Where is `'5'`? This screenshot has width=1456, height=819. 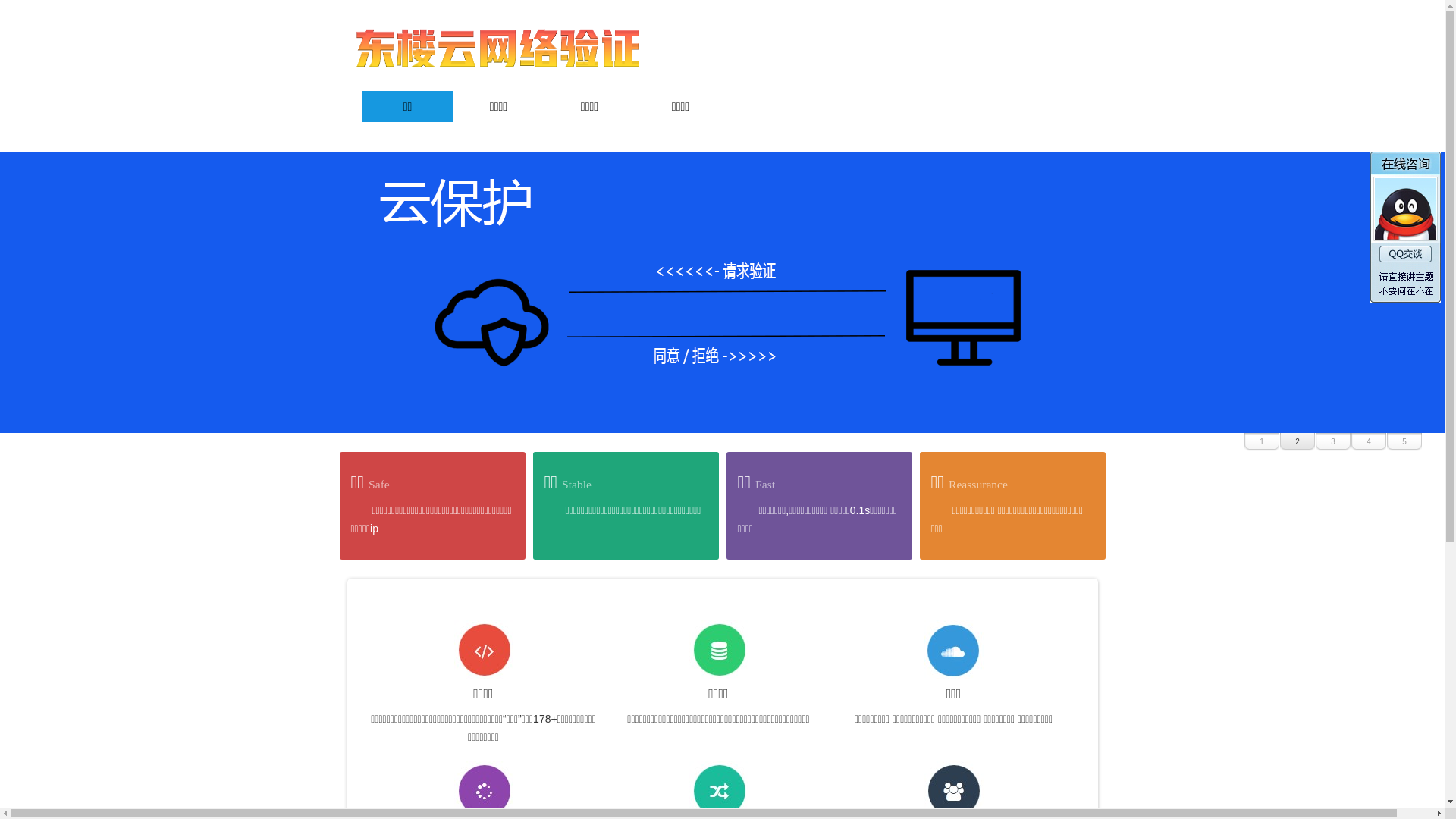
'5' is located at coordinates (1404, 441).